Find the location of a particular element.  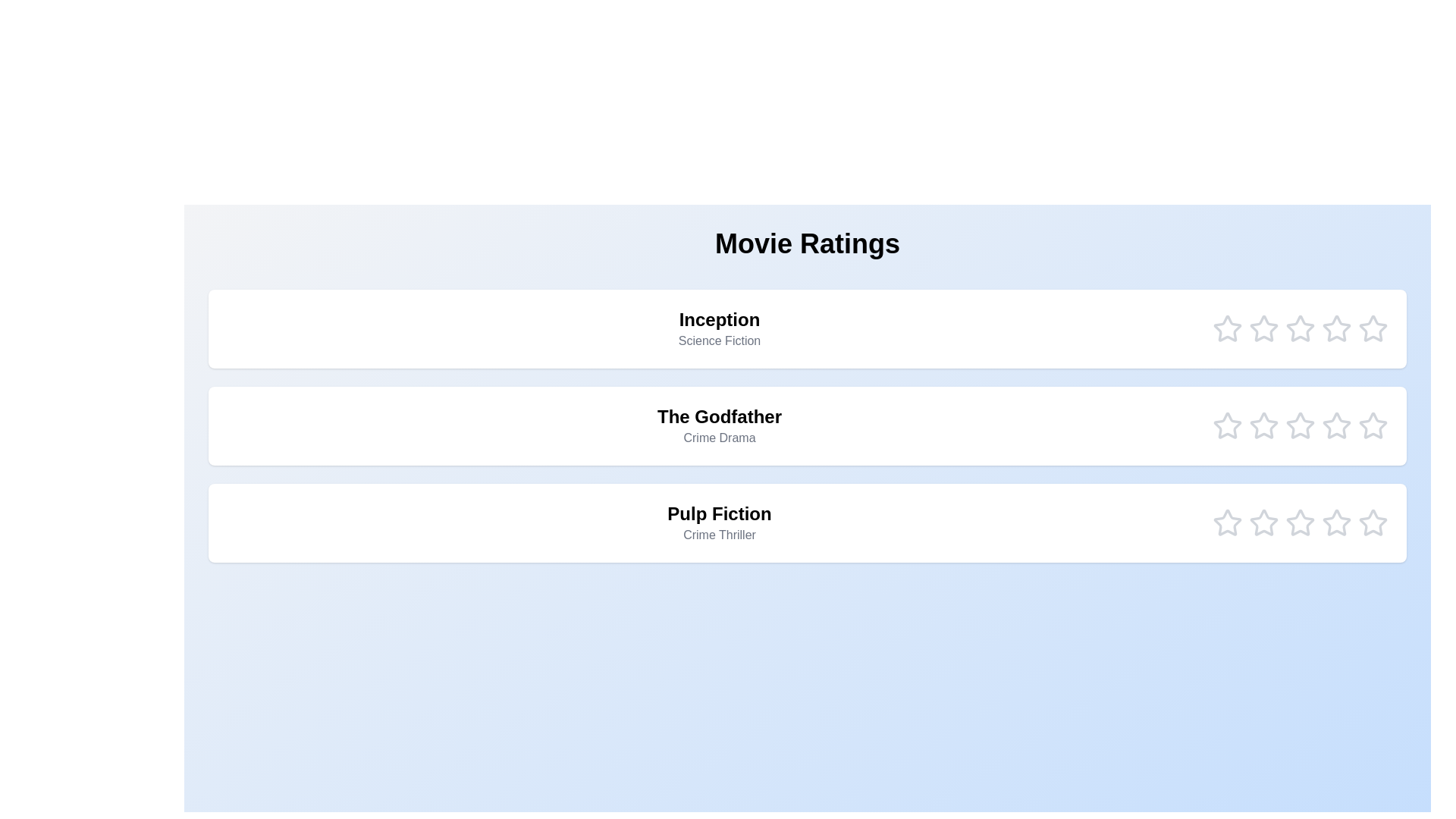

the 'Movie Ratings' header and read its text content is located at coordinates (807, 243).